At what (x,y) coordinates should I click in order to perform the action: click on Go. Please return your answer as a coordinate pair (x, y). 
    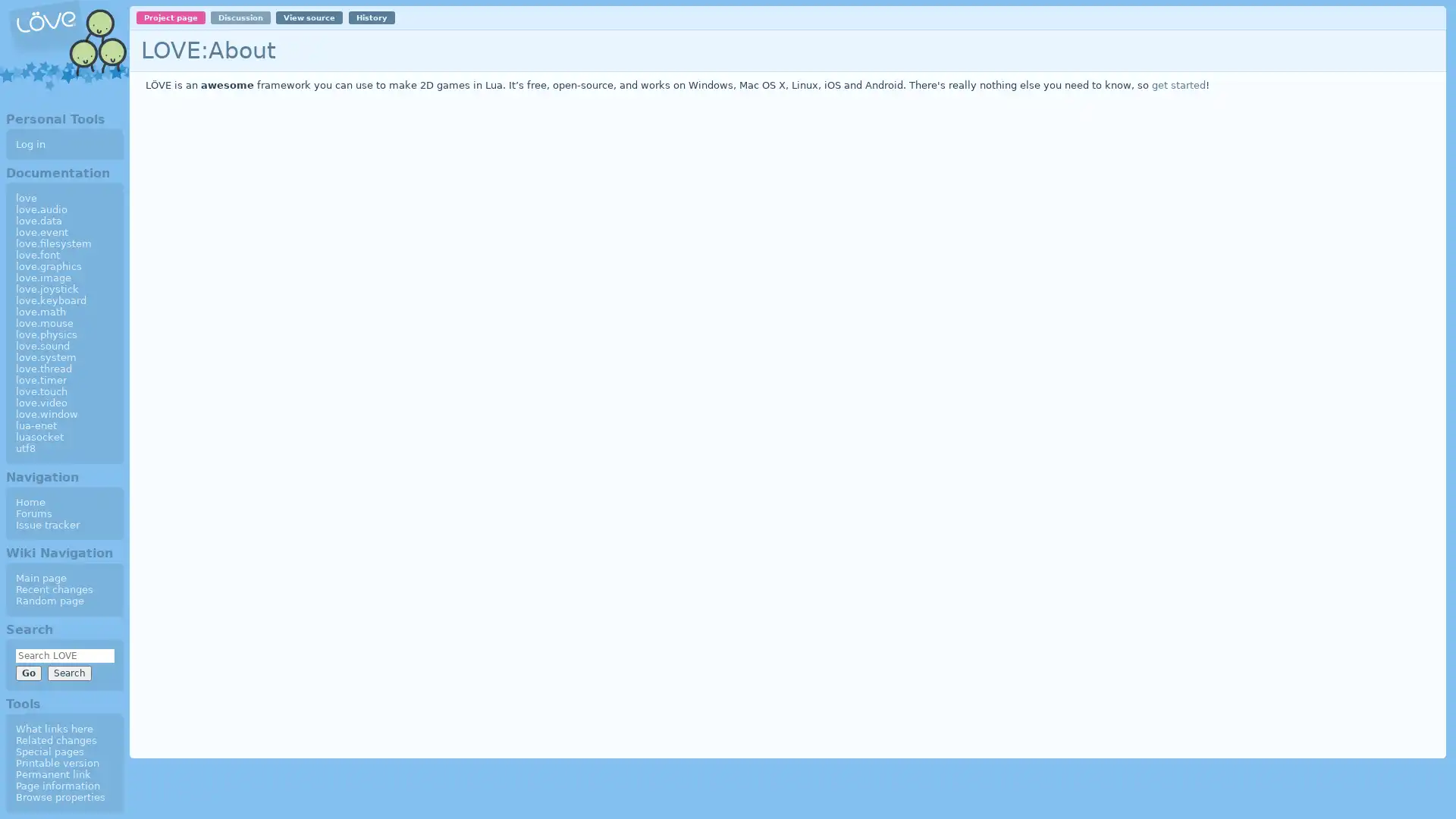
    Looking at the image, I should click on (28, 672).